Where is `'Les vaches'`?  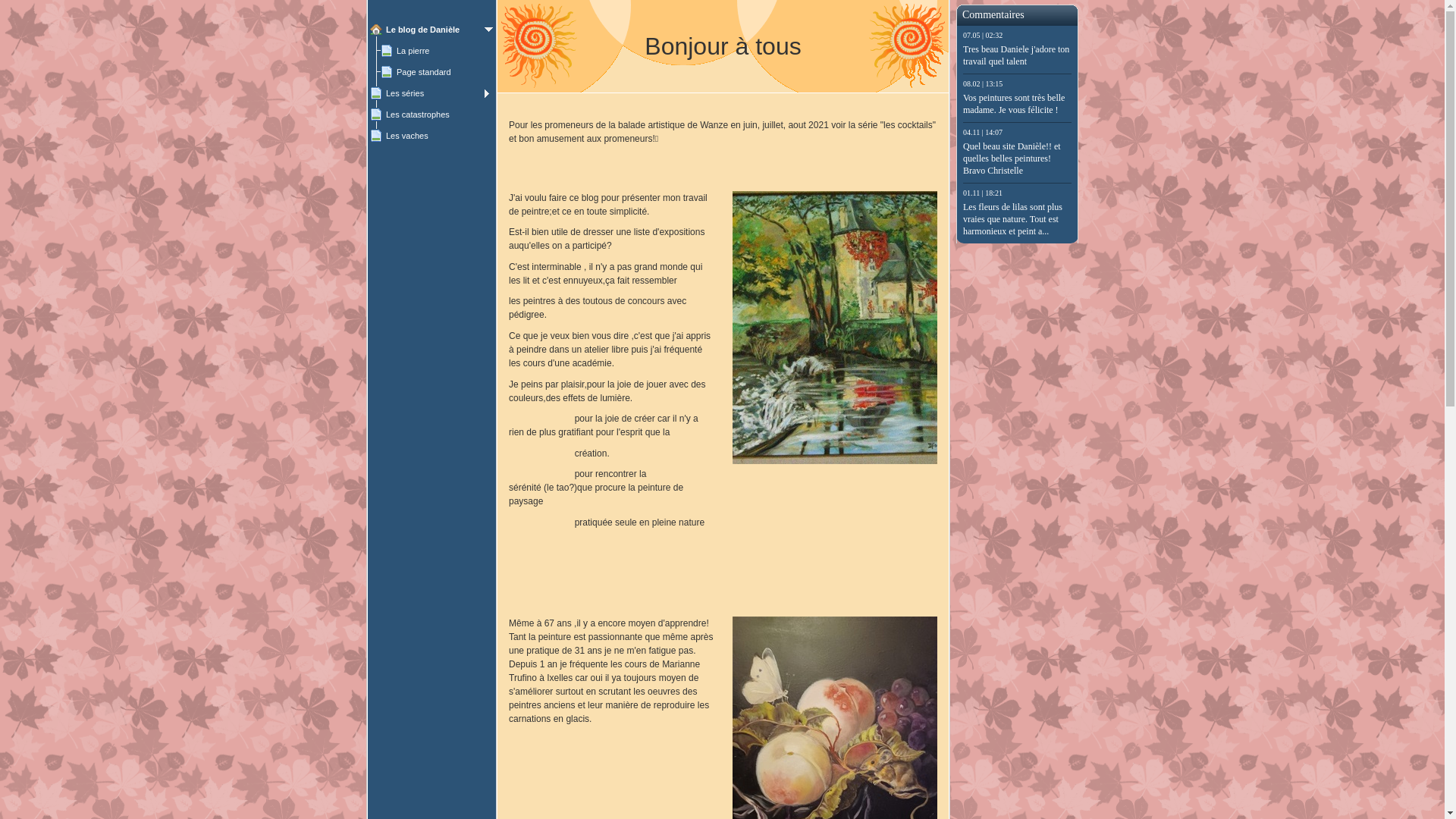 'Les vaches' is located at coordinates (431, 134).